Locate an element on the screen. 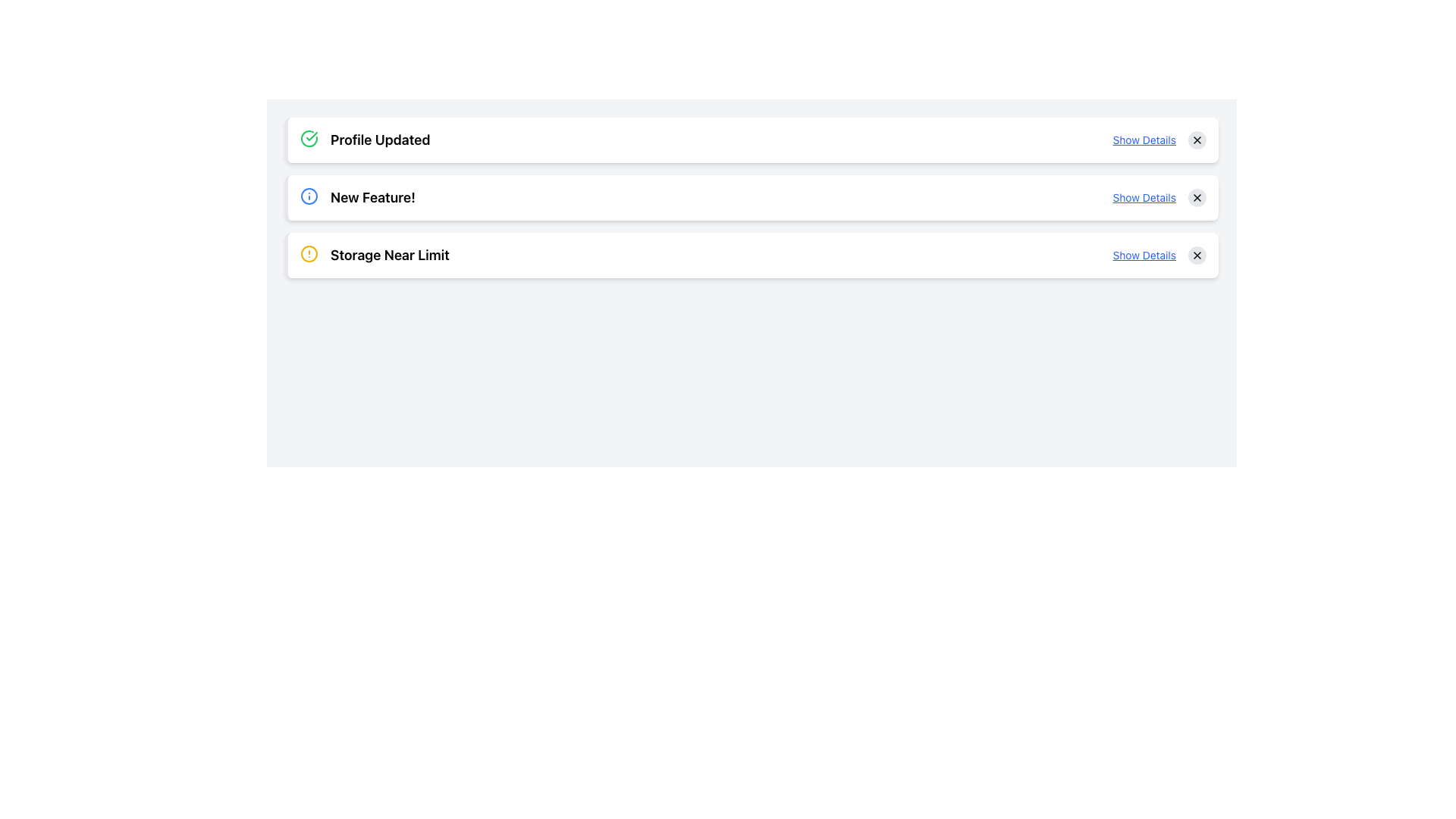 The width and height of the screenshot is (1456, 819). the Informational icon located in the second row of the vertical list, adjacent to the 'New Feature!' label is located at coordinates (309, 195).